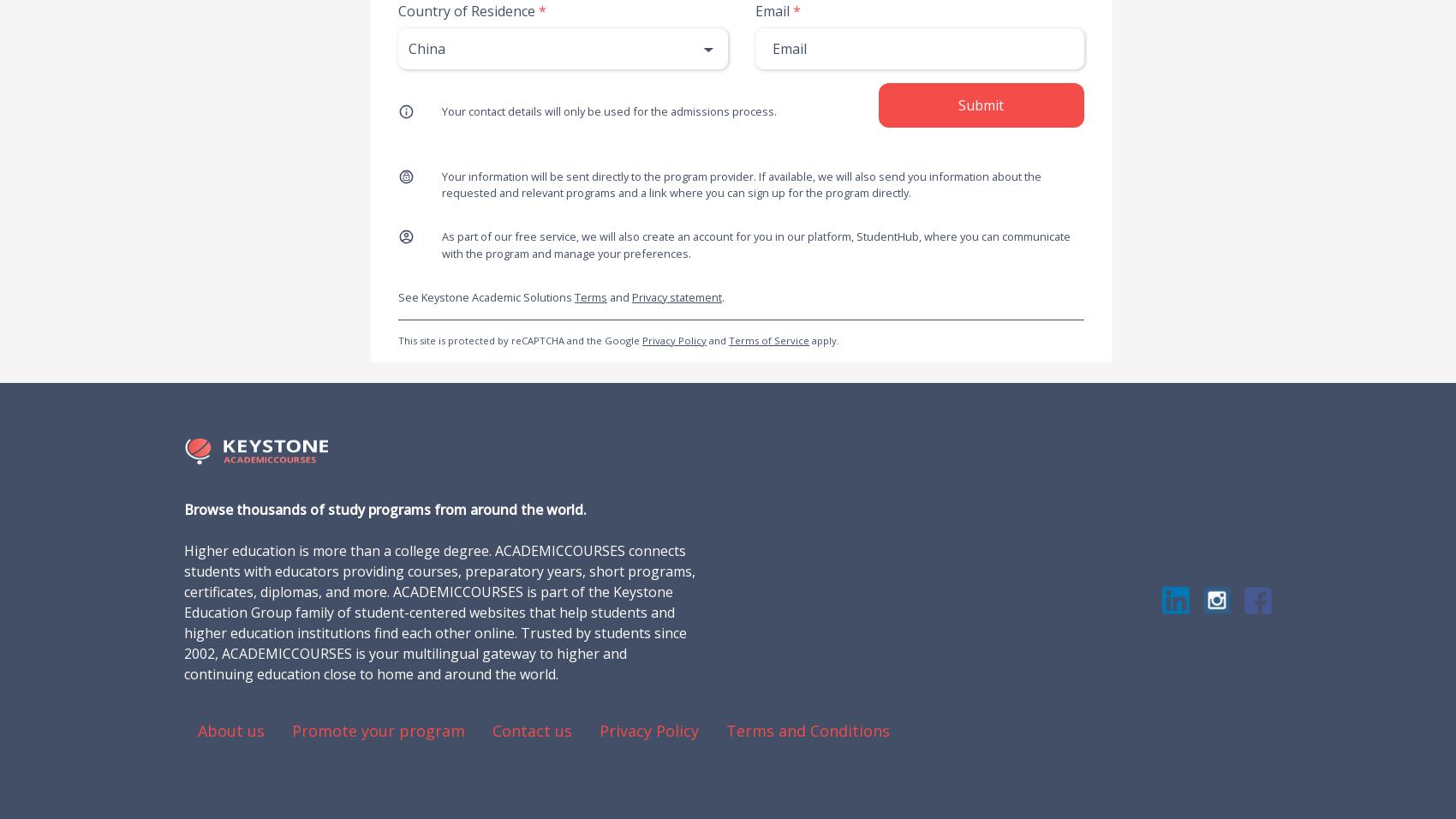  Describe the element at coordinates (466, 10) in the screenshot. I see `'Country of Residence'` at that location.